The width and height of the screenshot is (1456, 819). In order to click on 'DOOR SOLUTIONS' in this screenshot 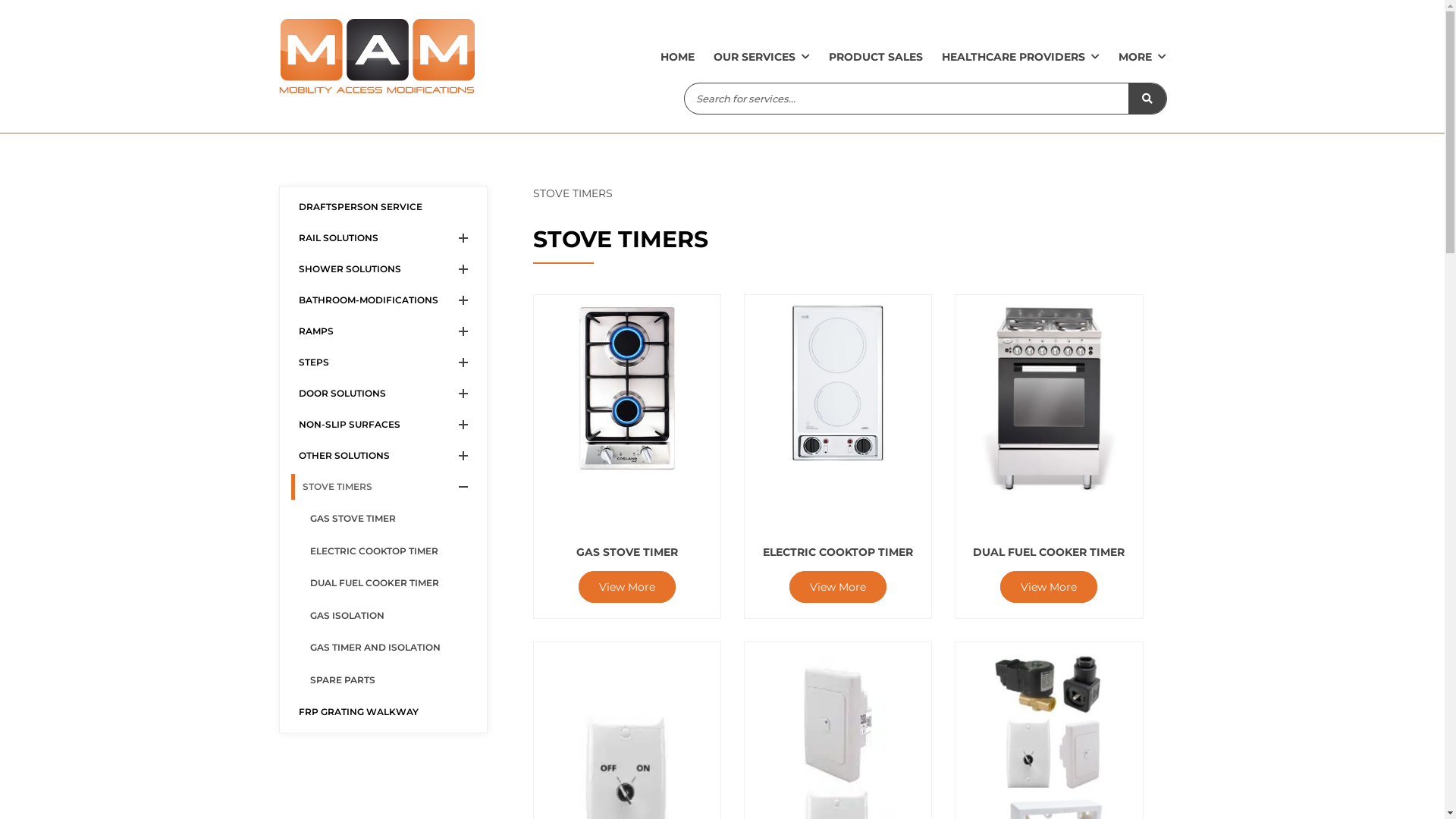, I will do `click(291, 393)`.